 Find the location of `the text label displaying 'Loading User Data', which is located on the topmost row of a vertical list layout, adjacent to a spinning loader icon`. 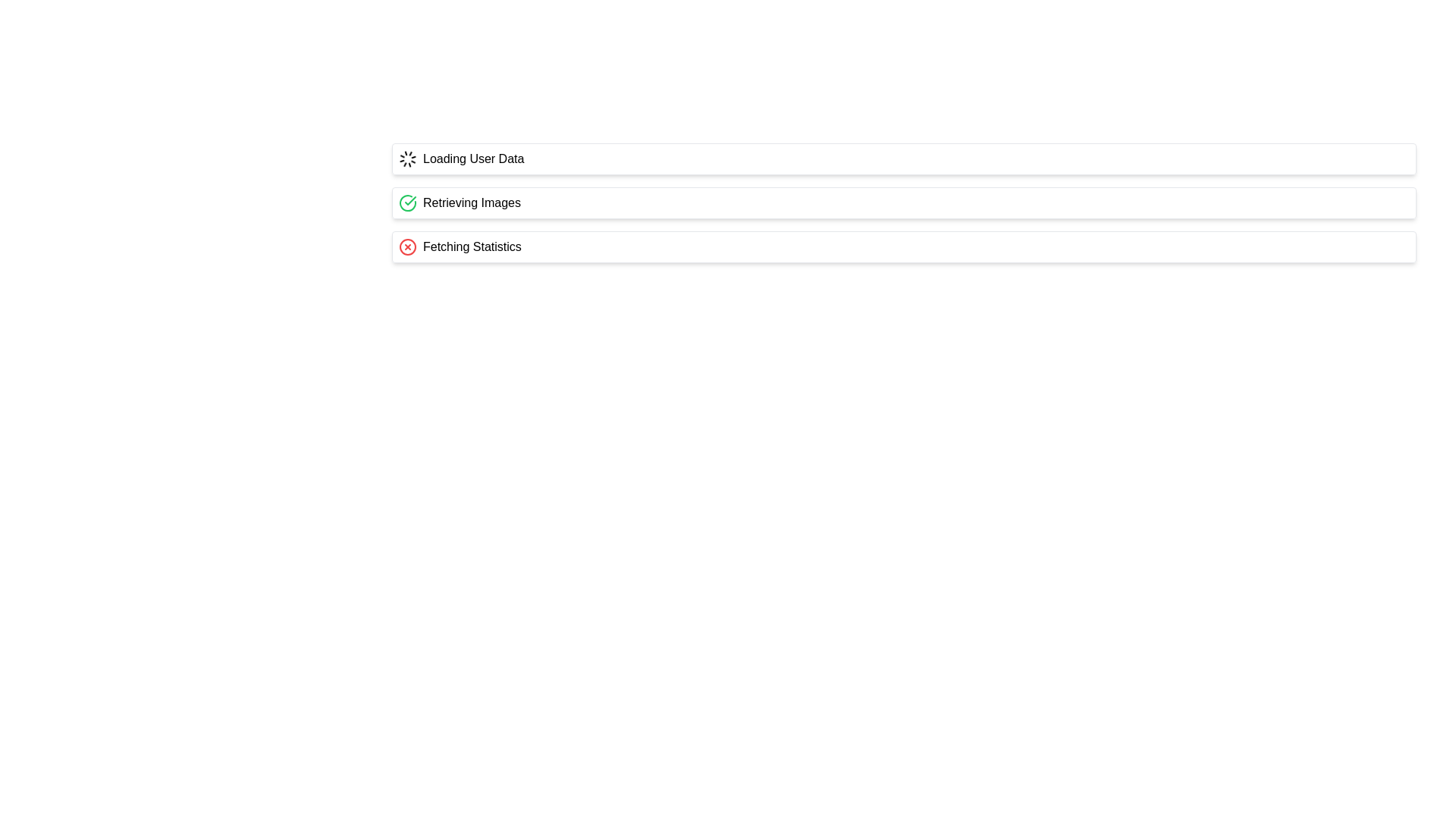

the text label displaying 'Loading User Data', which is located on the topmost row of a vertical list layout, adjacent to a spinning loader icon is located at coordinates (472, 158).